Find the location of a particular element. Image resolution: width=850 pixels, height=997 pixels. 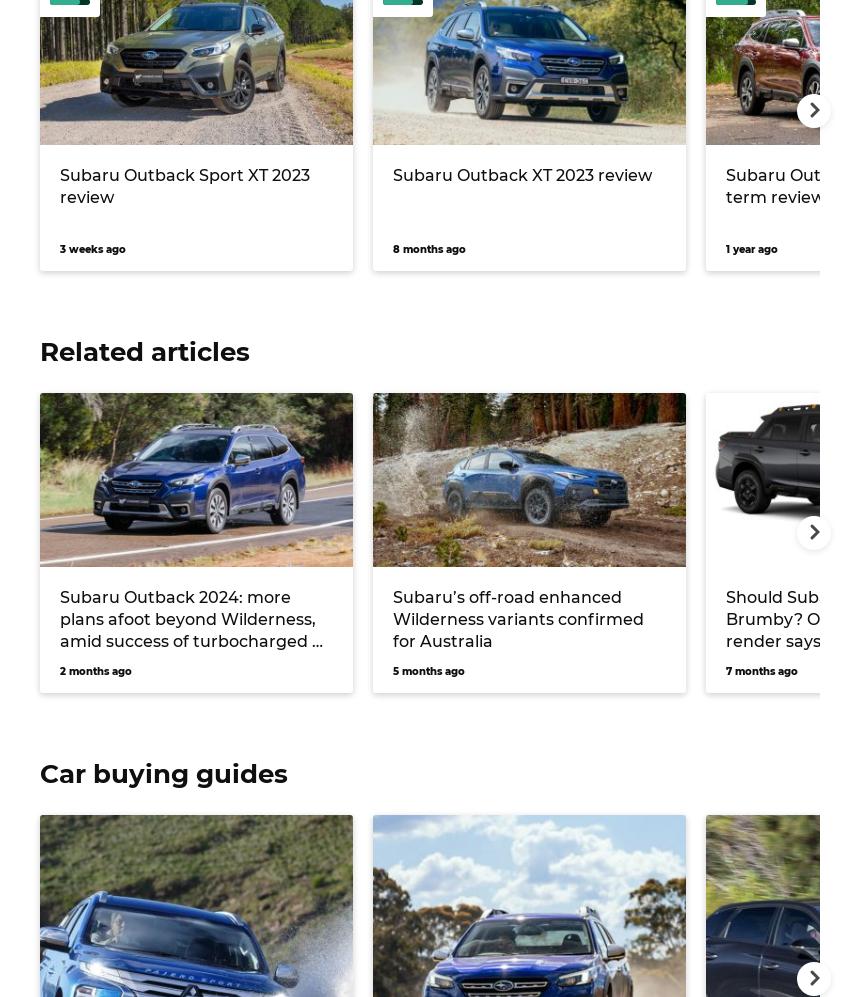

'Subaru Outback XT 2023 review' is located at coordinates (521, 173).